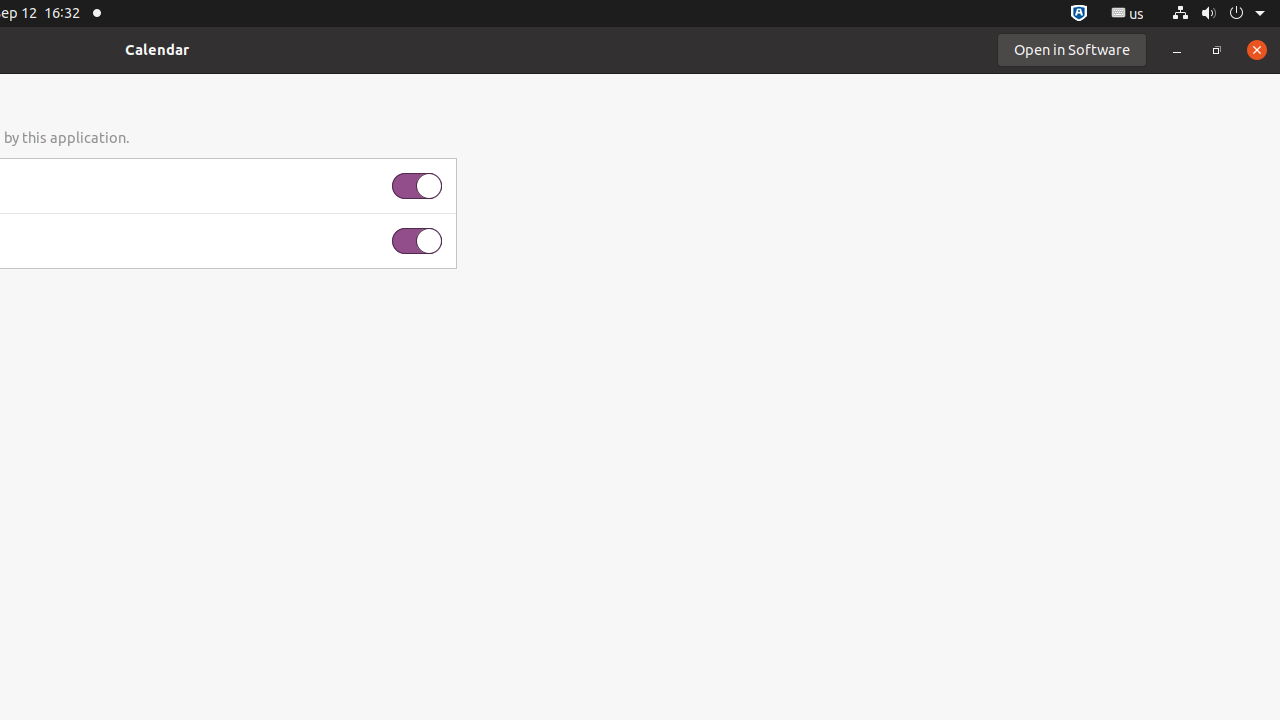  What do you see at coordinates (1255, 48) in the screenshot?
I see `'Close'` at bounding box center [1255, 48].